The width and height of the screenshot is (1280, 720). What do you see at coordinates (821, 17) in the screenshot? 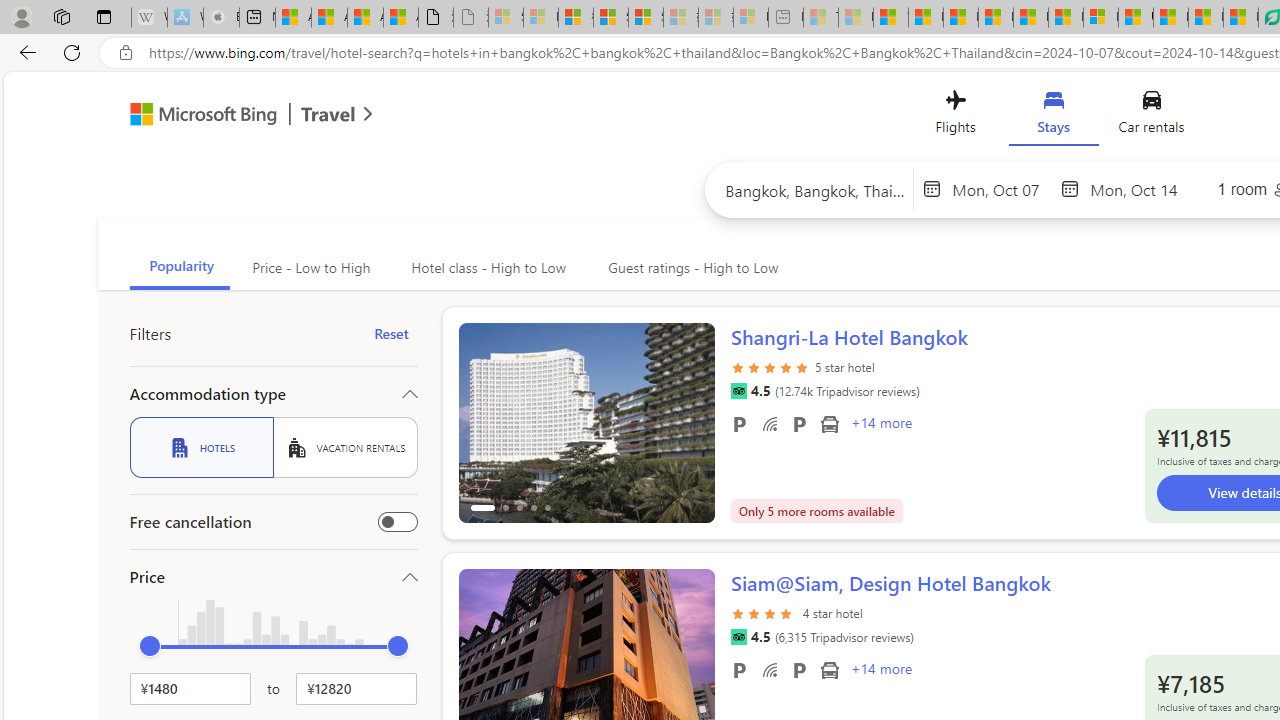
I see `'Top Stories - MSN - Sleeping'` at bounding box center [821, 17].